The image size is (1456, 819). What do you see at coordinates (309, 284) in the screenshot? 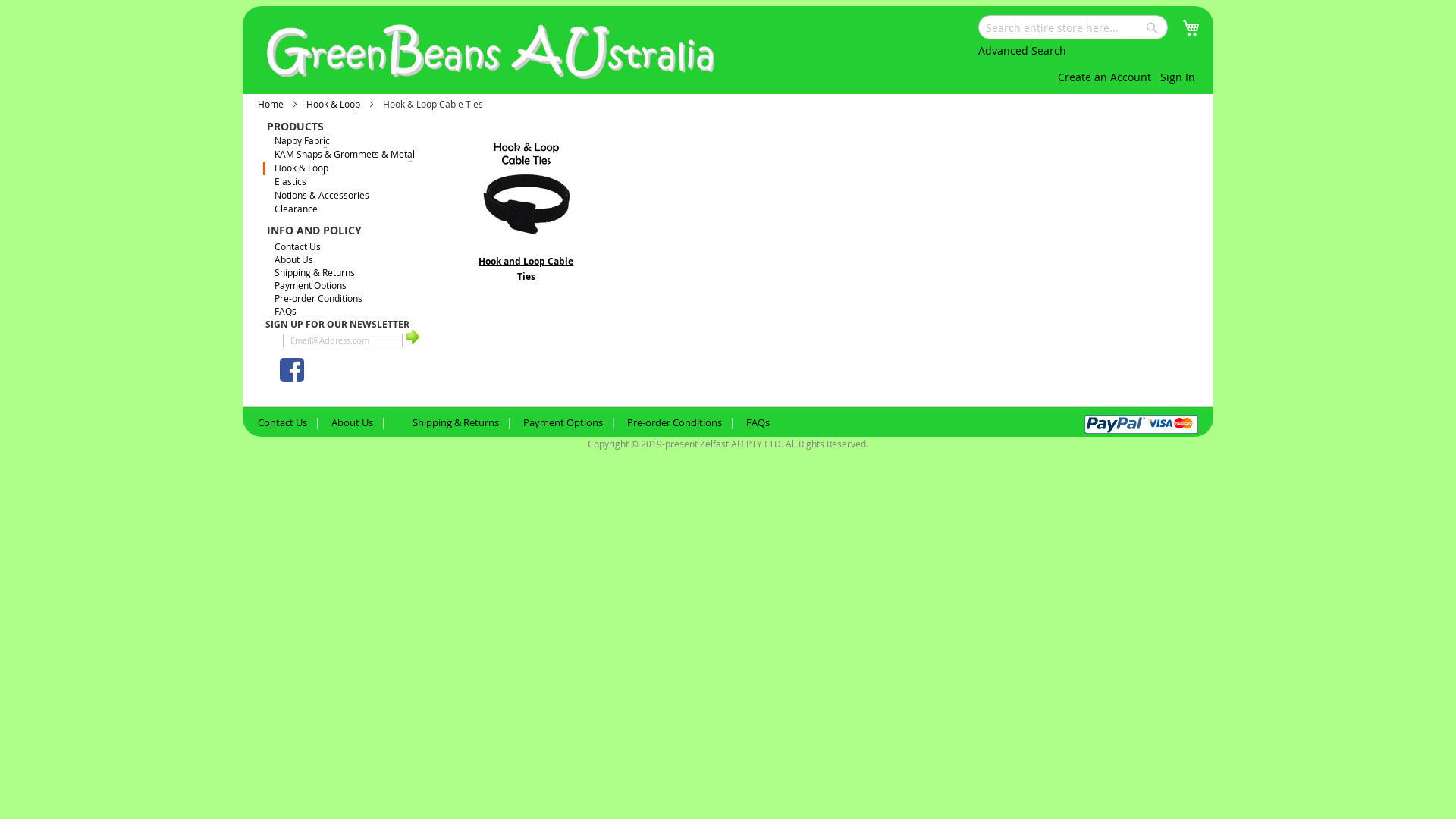
I see `'Payment Options'` at bounding box center [309, 284].